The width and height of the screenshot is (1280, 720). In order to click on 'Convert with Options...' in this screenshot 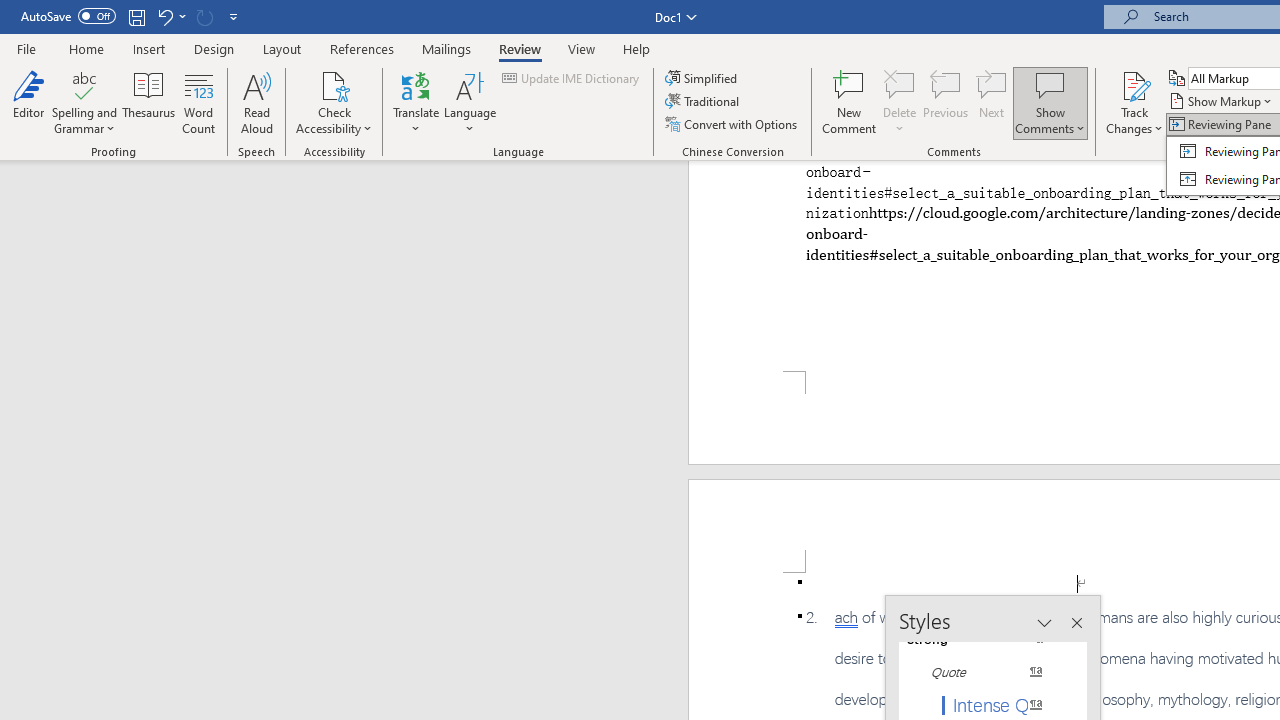, I will do `click(731, 124)`.